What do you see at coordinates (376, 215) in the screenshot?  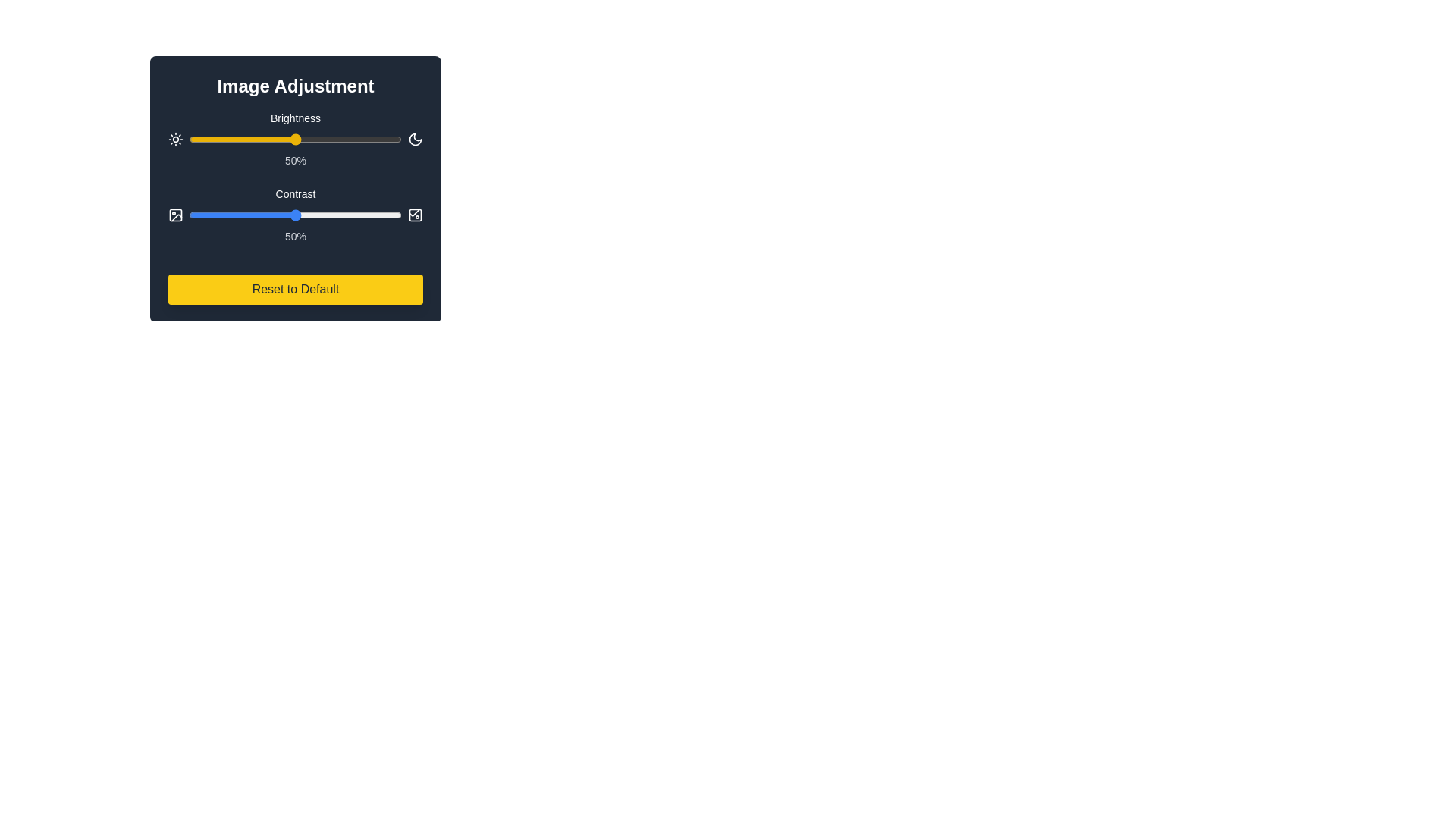 I see `the contrast level` at bounding box center [376, 215].